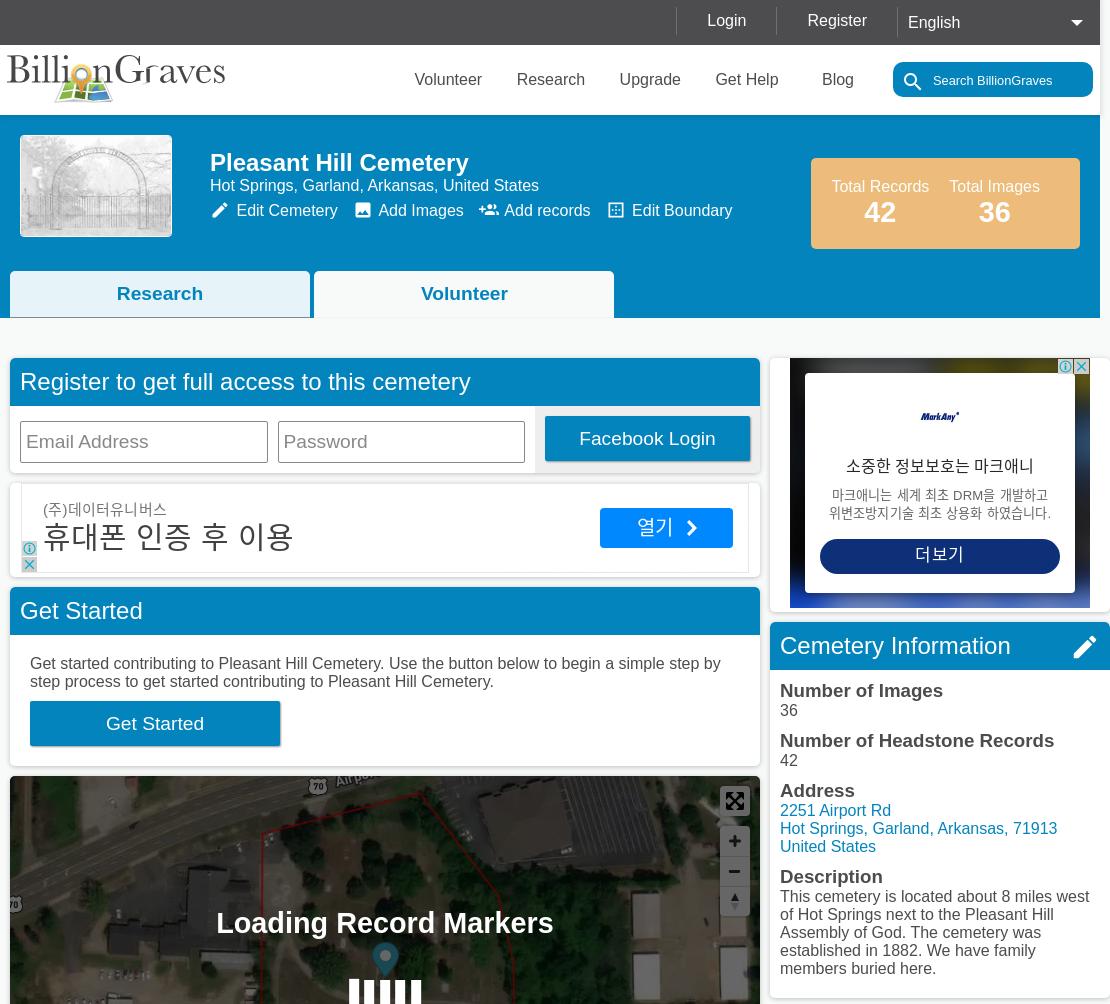 The image size is (1110, 1004). I want to click on 'Sign up the easy way', so click(627, 506).